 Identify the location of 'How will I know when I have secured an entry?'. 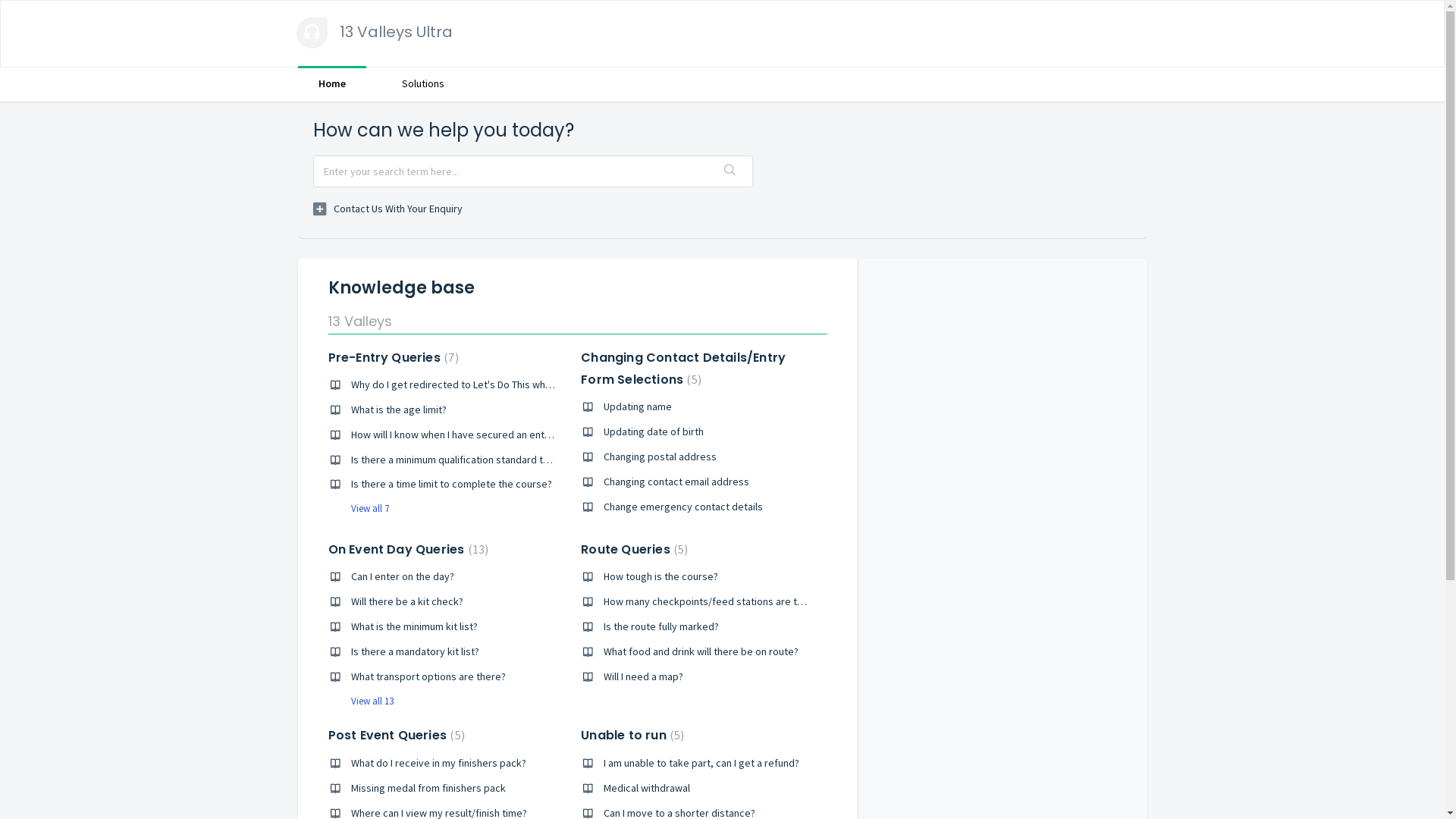
(453, 435).